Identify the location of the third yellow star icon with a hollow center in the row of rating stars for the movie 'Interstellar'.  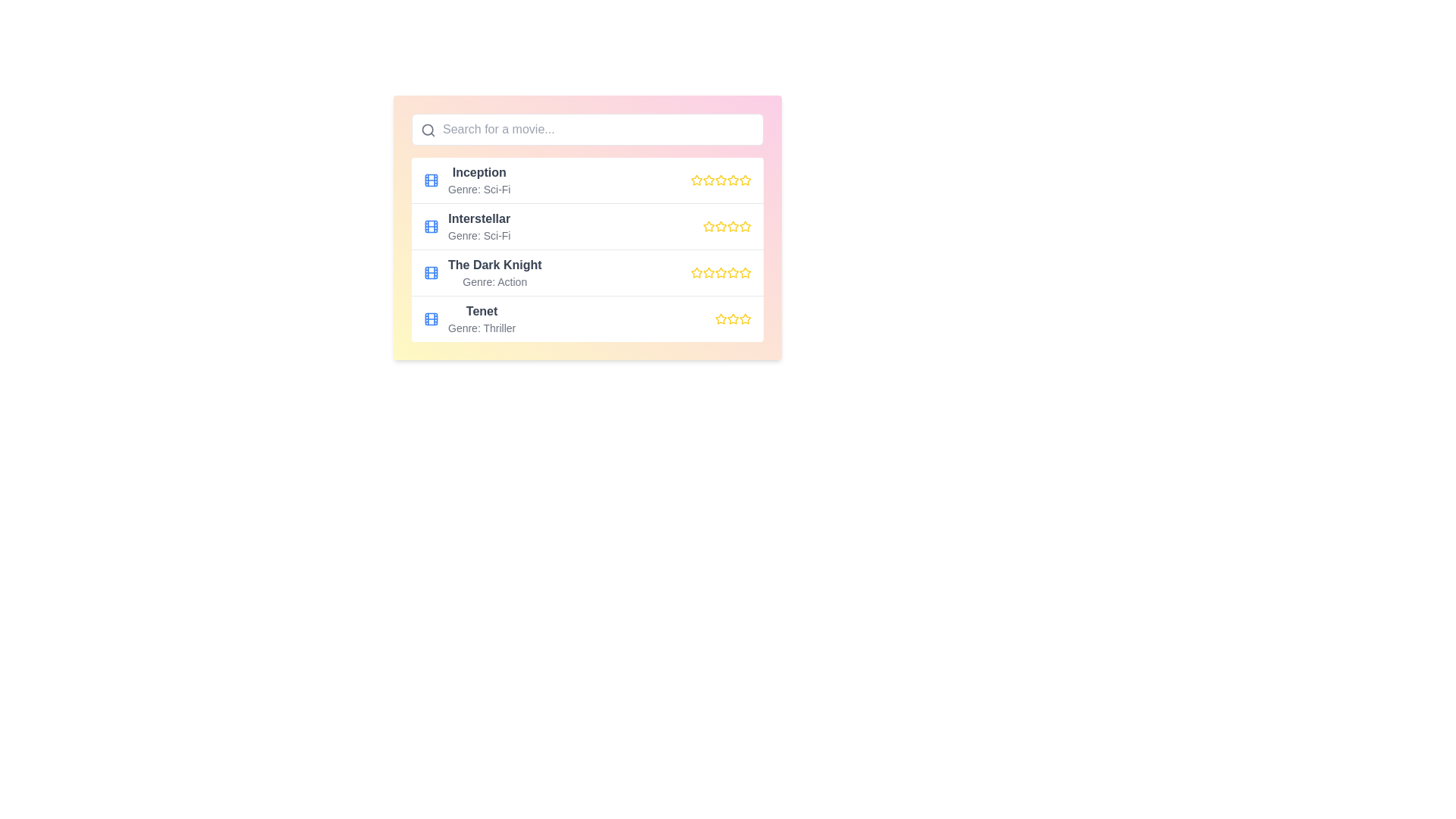
(733, 226).